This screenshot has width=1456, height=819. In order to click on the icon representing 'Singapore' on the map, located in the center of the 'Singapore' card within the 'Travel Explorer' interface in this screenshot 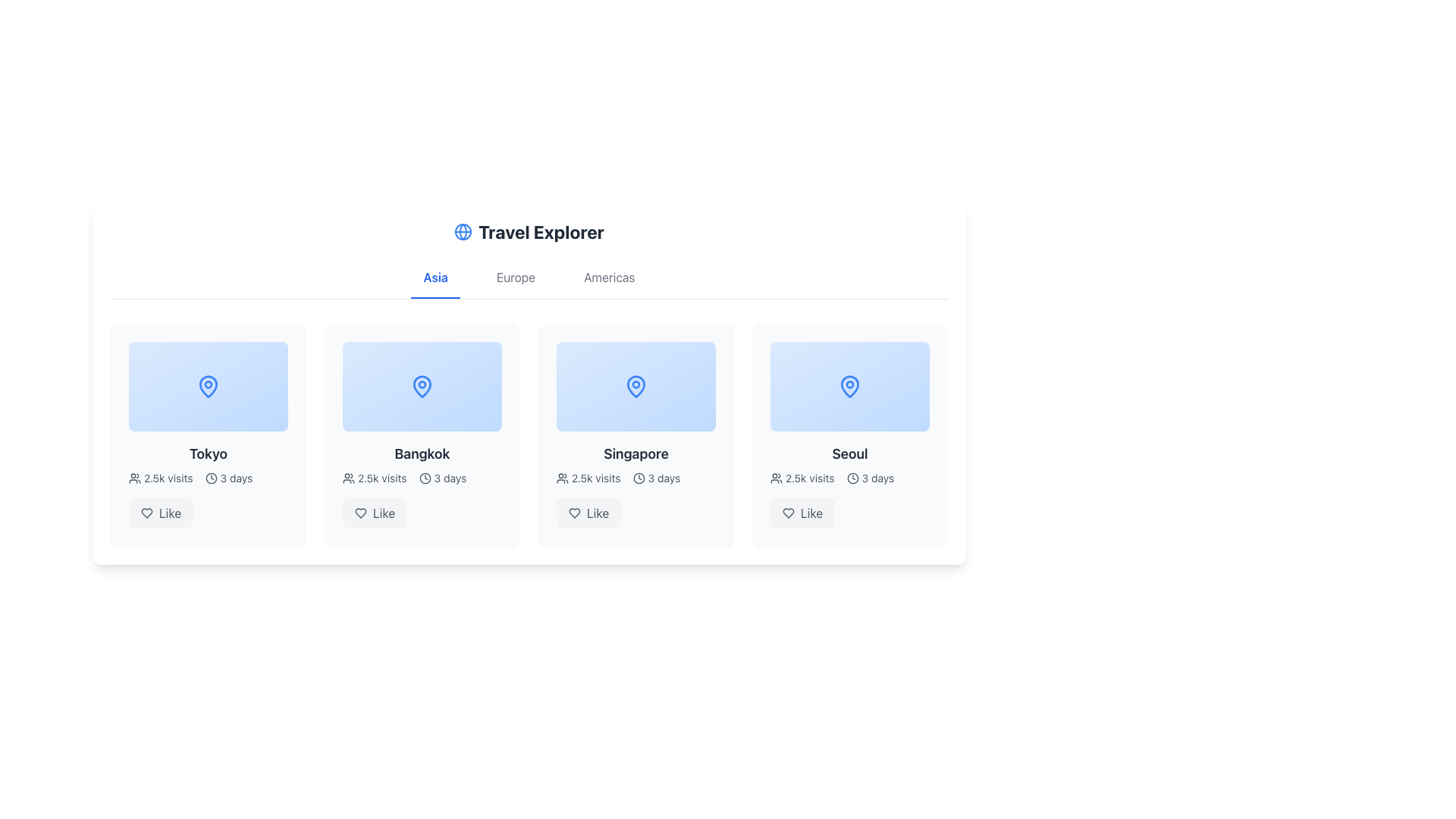, I will do `click(636, 385)`.